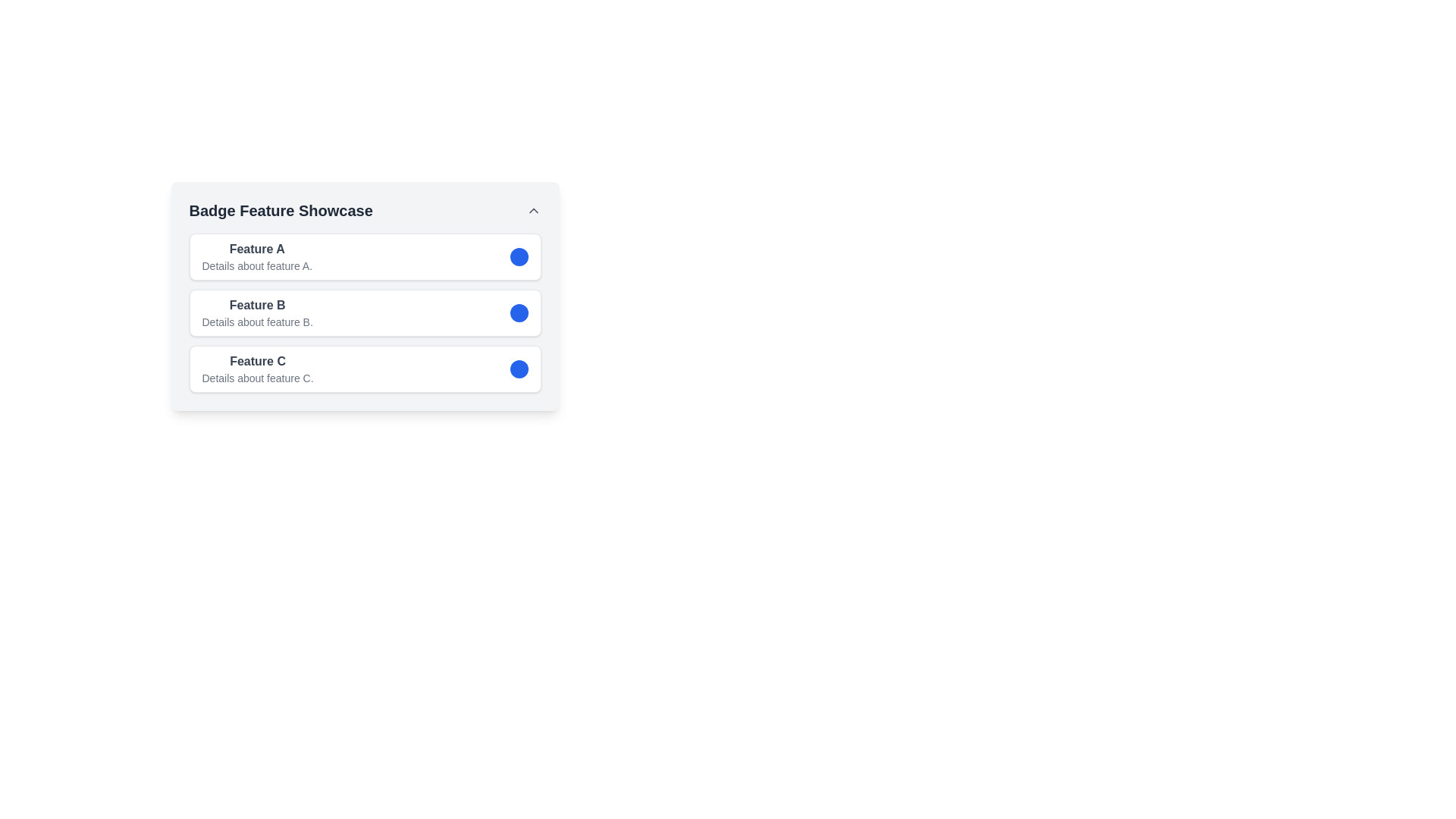 This screenshot has width=1456, height=819. What do you see at coordinates (533, 210) in the screenshot?
I see `the upward-pointing chevron icon in the header of the 'Badge Feature Showcase' panel` at bounding box center [533, 210].